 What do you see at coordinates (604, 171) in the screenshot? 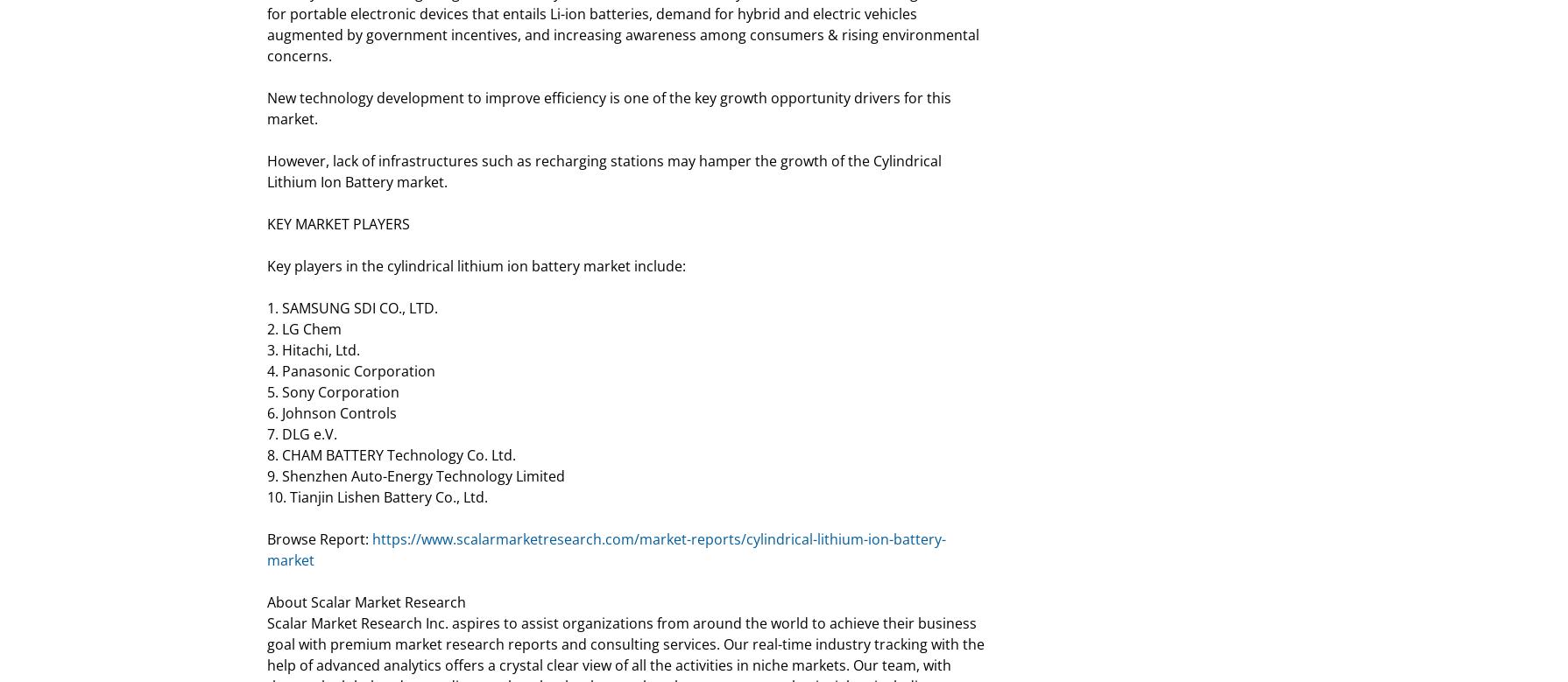
I see `'However, lack of infrastructures such as recharging stations may hamper the growth of the Cylindrical Lithium Ion Battery market.'` at bounding box center [604, 171].